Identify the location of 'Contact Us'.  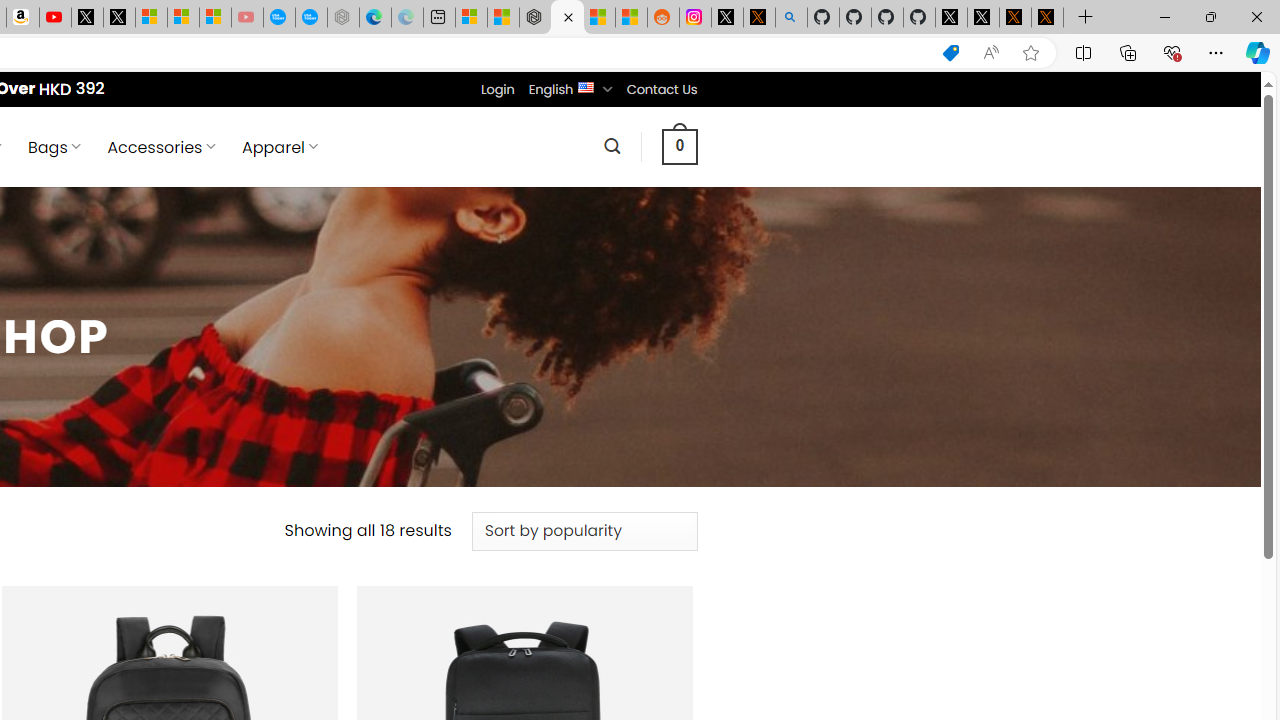
(661, 88).